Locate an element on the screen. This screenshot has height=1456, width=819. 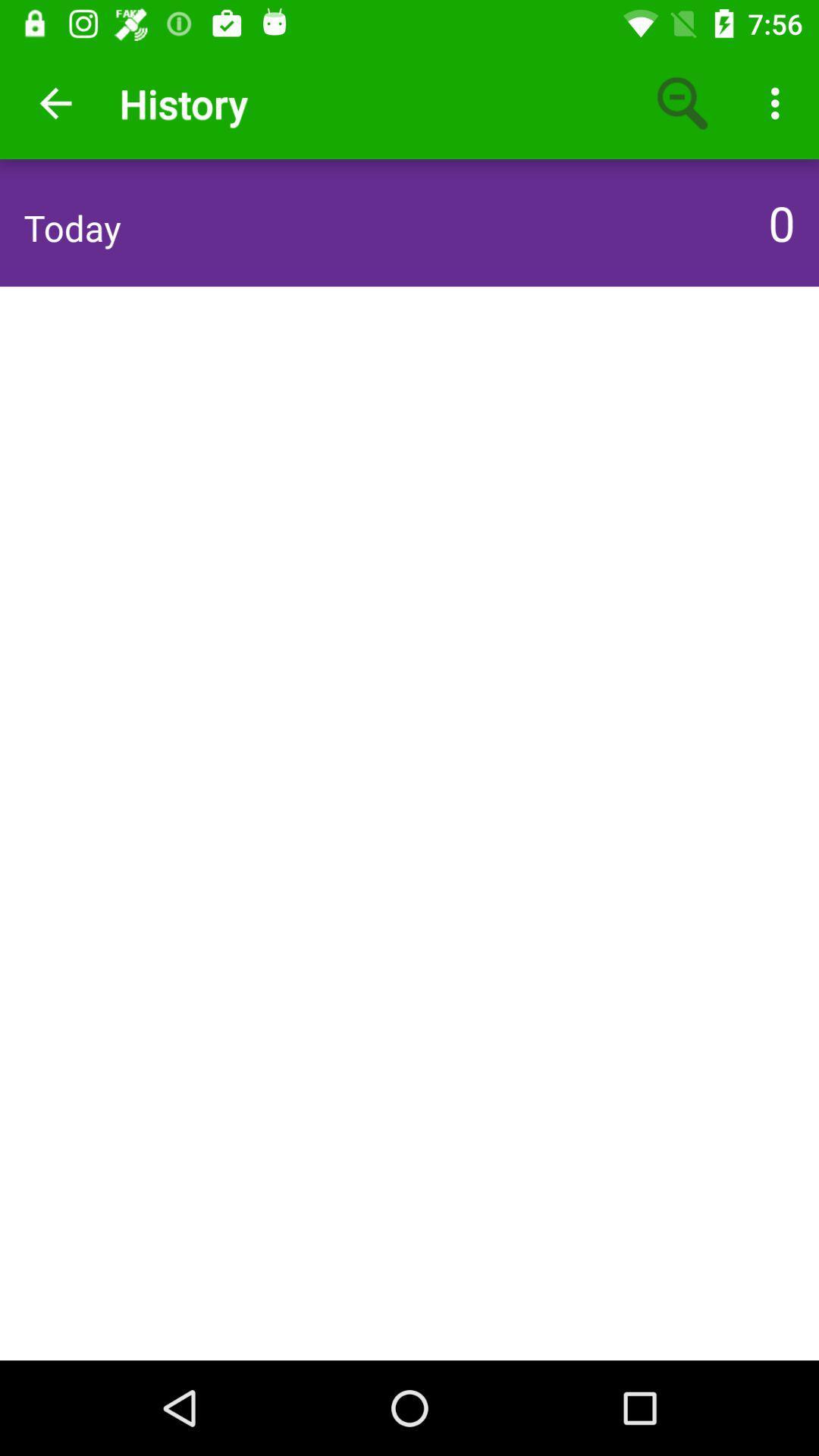
the today item is located at coordinates (72, 227).